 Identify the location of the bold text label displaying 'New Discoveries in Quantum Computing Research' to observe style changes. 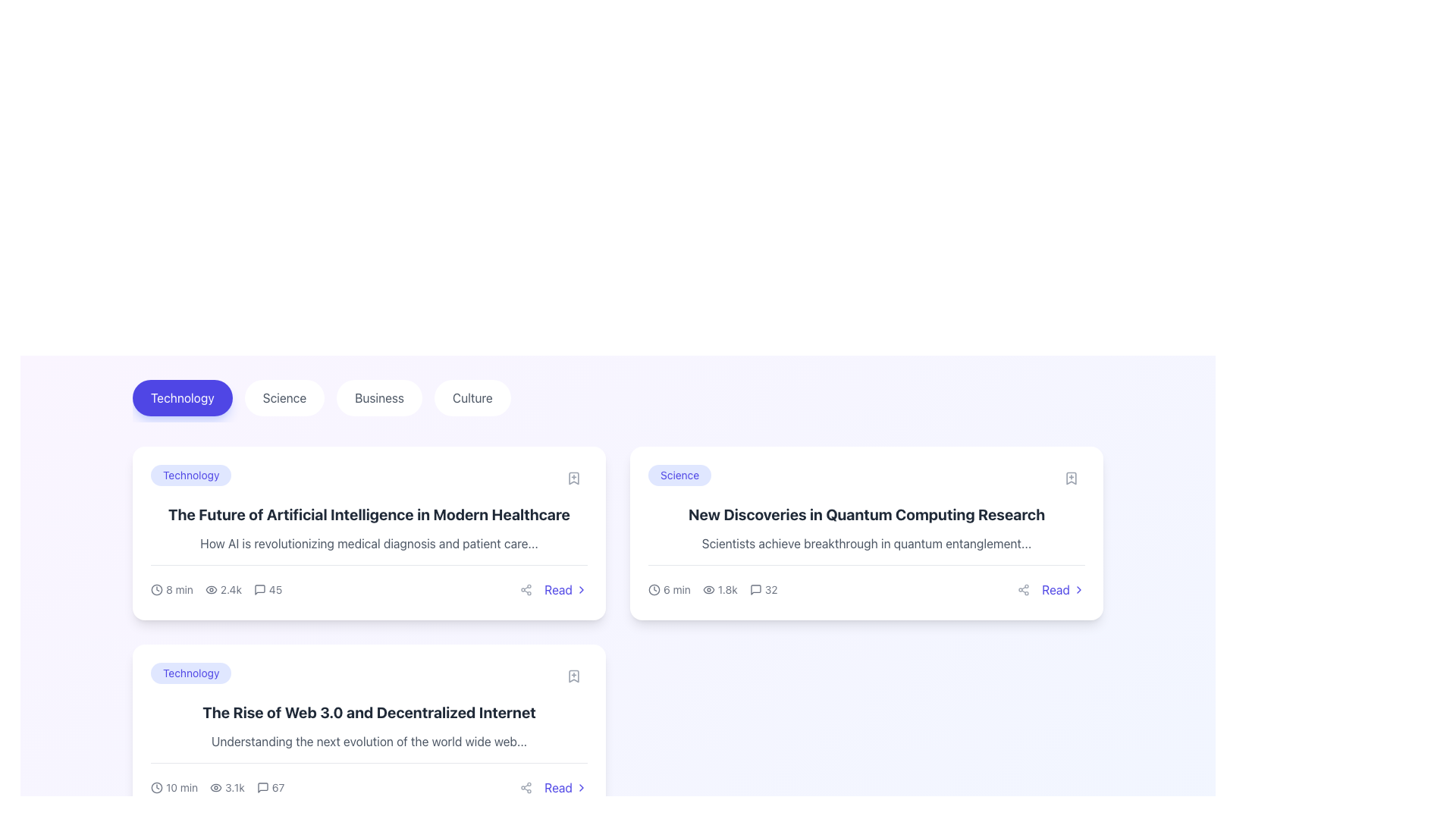
(866, 513).